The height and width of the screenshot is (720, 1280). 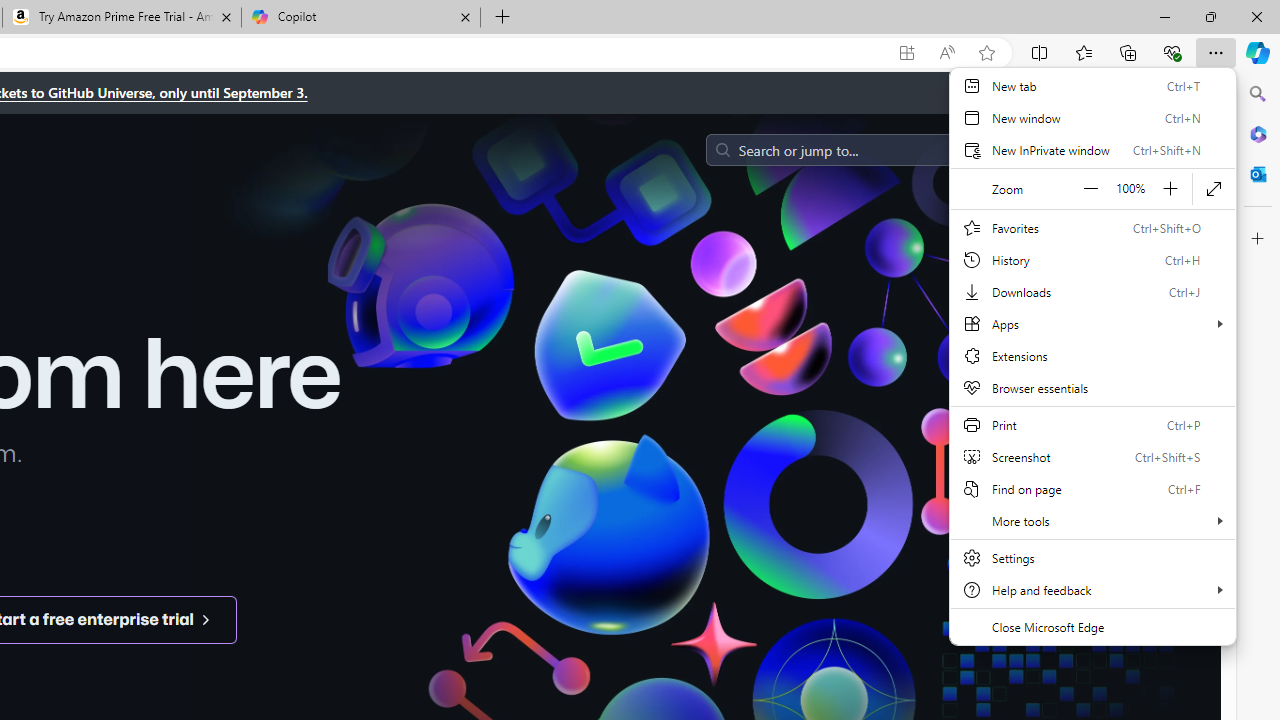 What do you see at coordinates (1090, 189) in the screenshot?
I see `'Zoom out (Ctrl+Minus key)'` at bounding box center [1090, 189].